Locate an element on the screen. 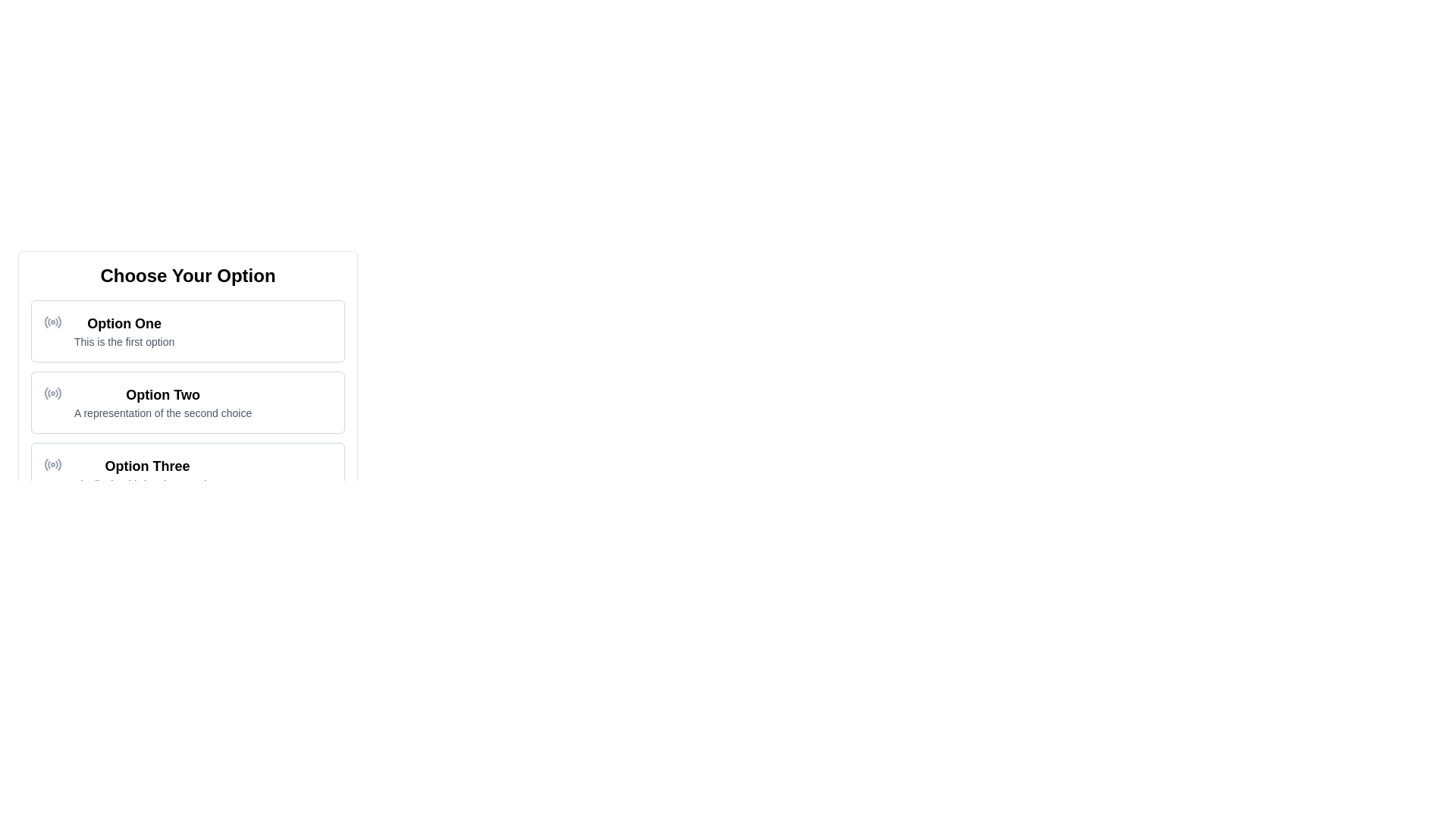  the radio button located next to the 'Option Three' text block in the 'Choose Your Option' list is located at coordinates (53, 464).